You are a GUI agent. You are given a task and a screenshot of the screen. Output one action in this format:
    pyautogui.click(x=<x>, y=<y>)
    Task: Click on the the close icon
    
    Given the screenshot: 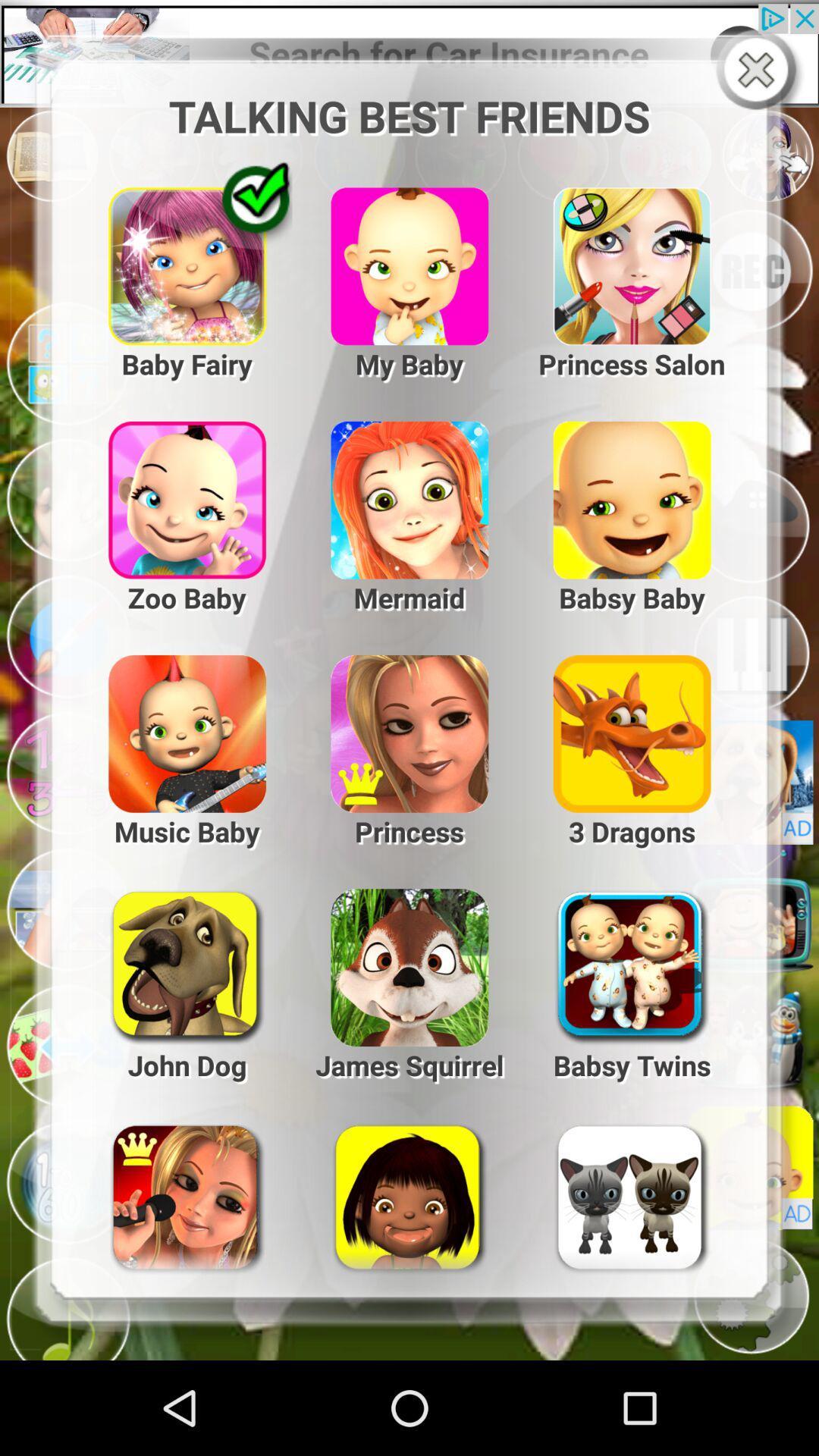 What is the action you would take?
    pyautogui.click(x=759, y=76)
    